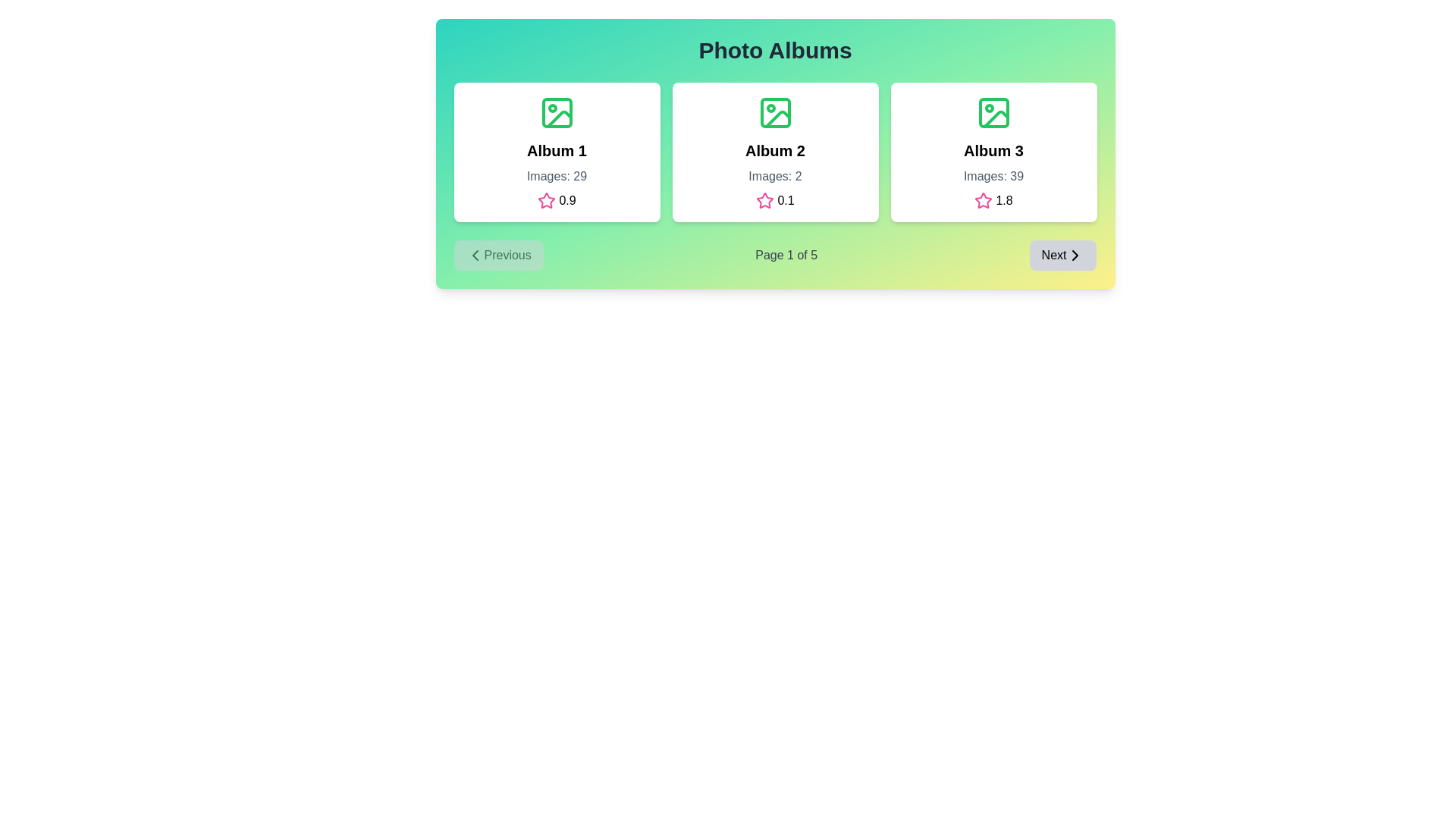 The height and width of the screenshot is (819, 1456). What do you see at coordinates (474, 254) in the screenshot?
I see `the left-pointing chevron SVG icon that is embedded within the 'Previous' button at the bottom-left of the content card displaying photo albums` at bounding box center [474, 254].